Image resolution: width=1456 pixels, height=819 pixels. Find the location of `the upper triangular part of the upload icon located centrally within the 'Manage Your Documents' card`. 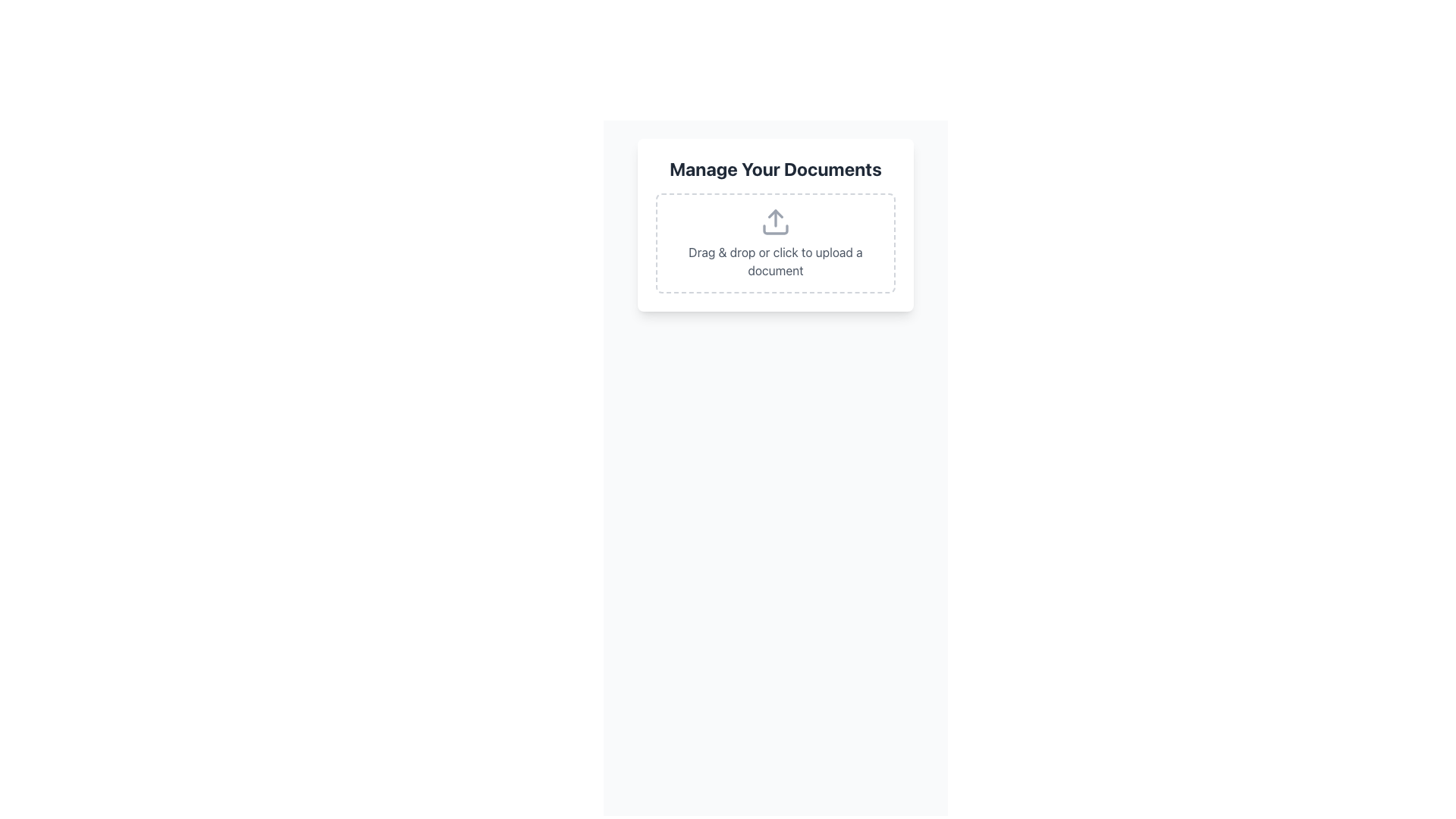

the upper triangular part of the upload icon located centrally within the 'Manage Your Documents' card is located at coordinates (775, 214).